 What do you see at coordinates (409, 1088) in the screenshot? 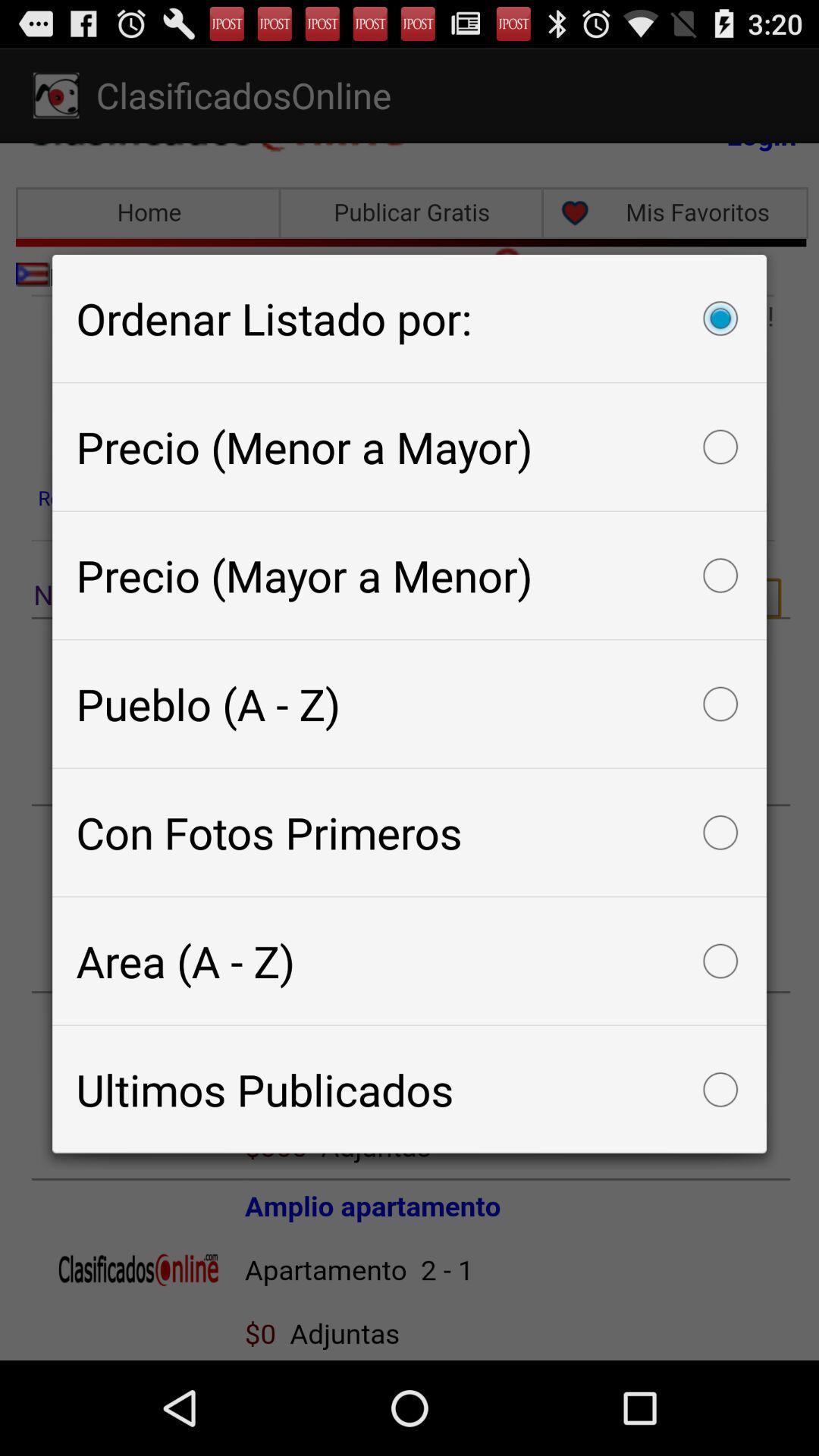
I see `ultimos publicados` at bounding box center [409, 1088].